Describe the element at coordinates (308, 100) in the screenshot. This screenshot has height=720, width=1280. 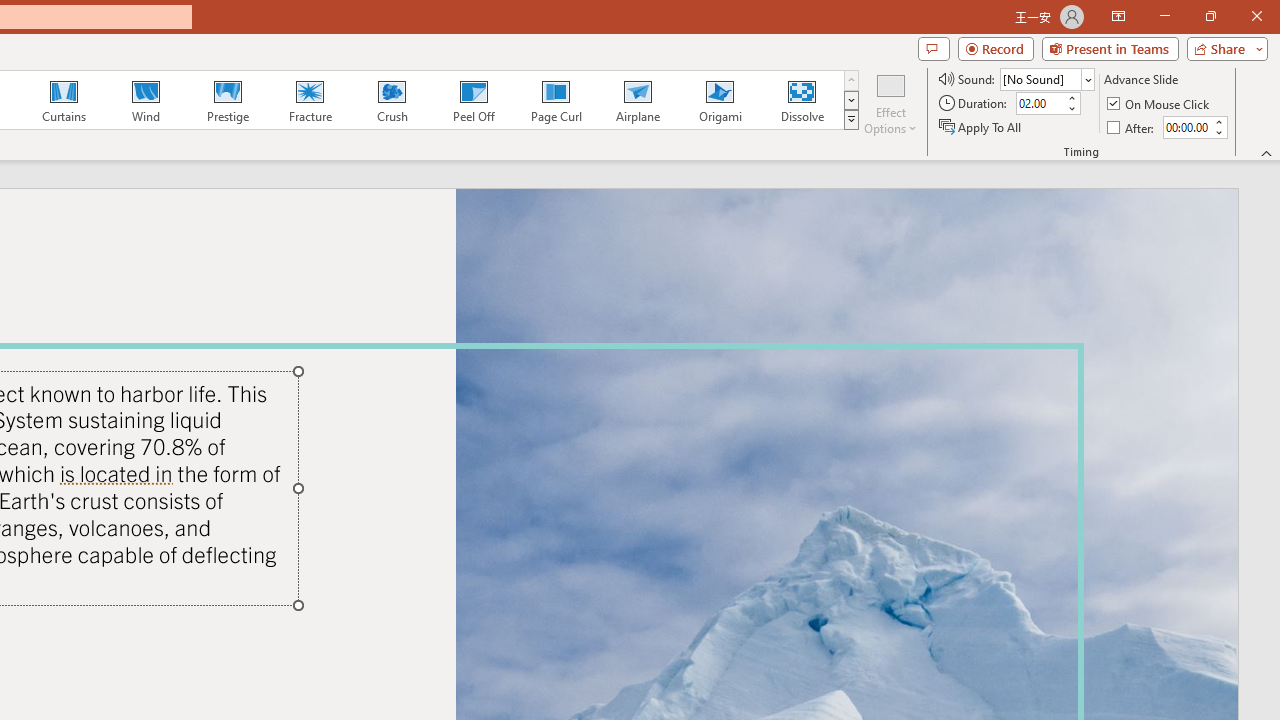
I see `'Fracture'` at that location.